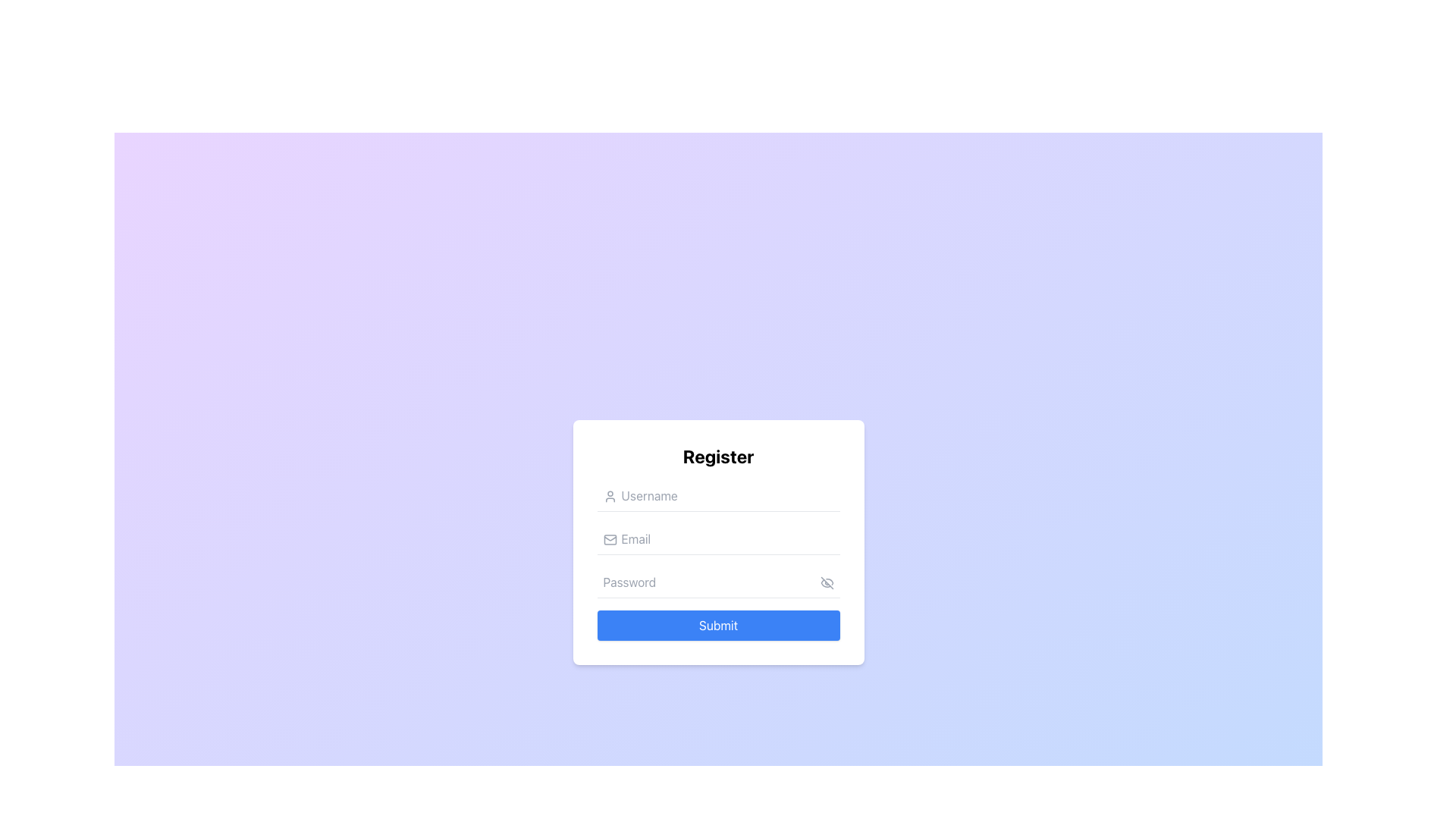  Describe the element at coordinates (610, 538) in the screenshot. I see `the email icon located to the left of the email input field in the form area` at that location.